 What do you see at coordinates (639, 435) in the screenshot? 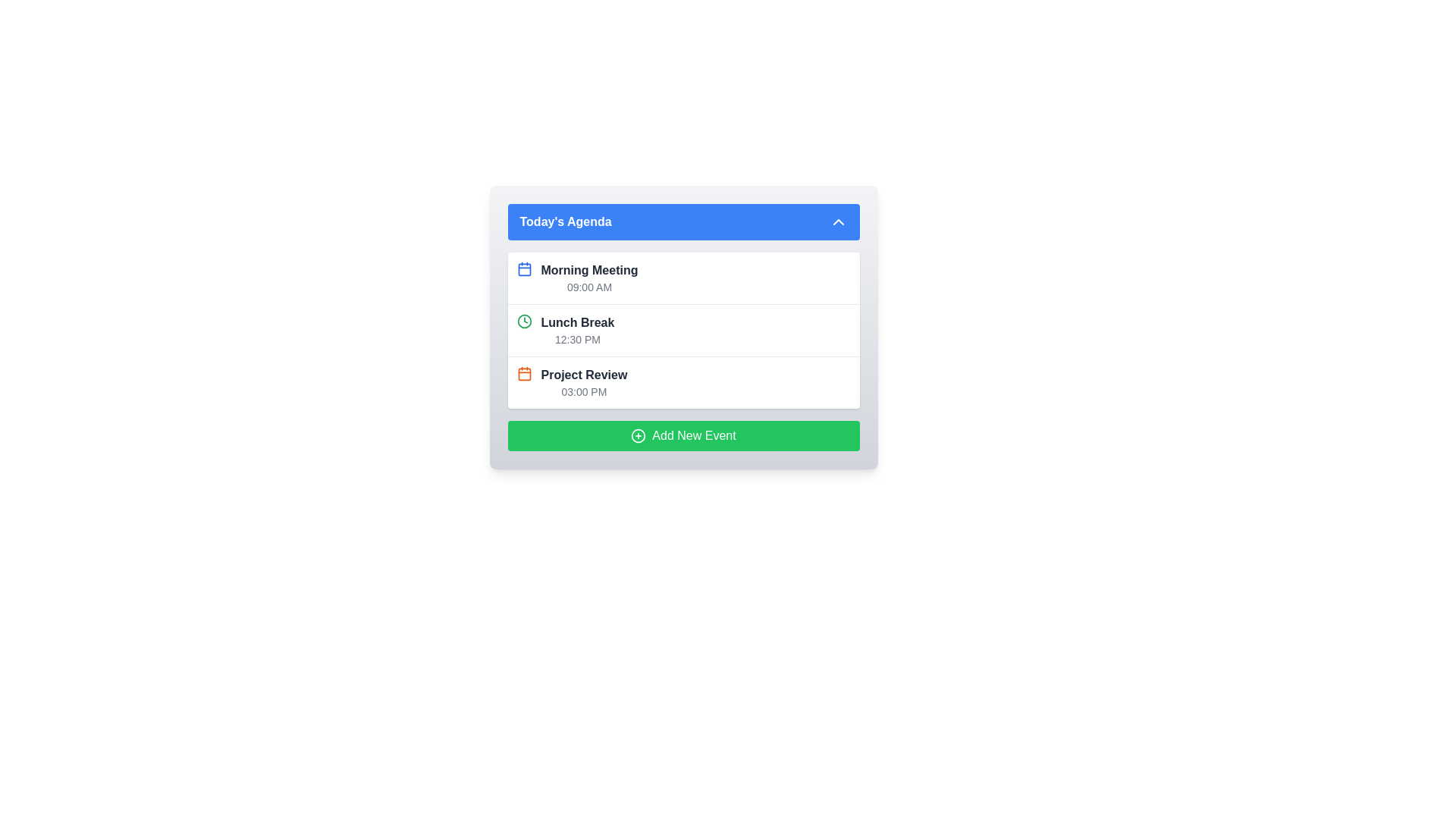
I see `the icon located on the far left side of the 'Add New Event' button, which serves as a visual indicator for creating a new event` at bounding box center [639, 435].